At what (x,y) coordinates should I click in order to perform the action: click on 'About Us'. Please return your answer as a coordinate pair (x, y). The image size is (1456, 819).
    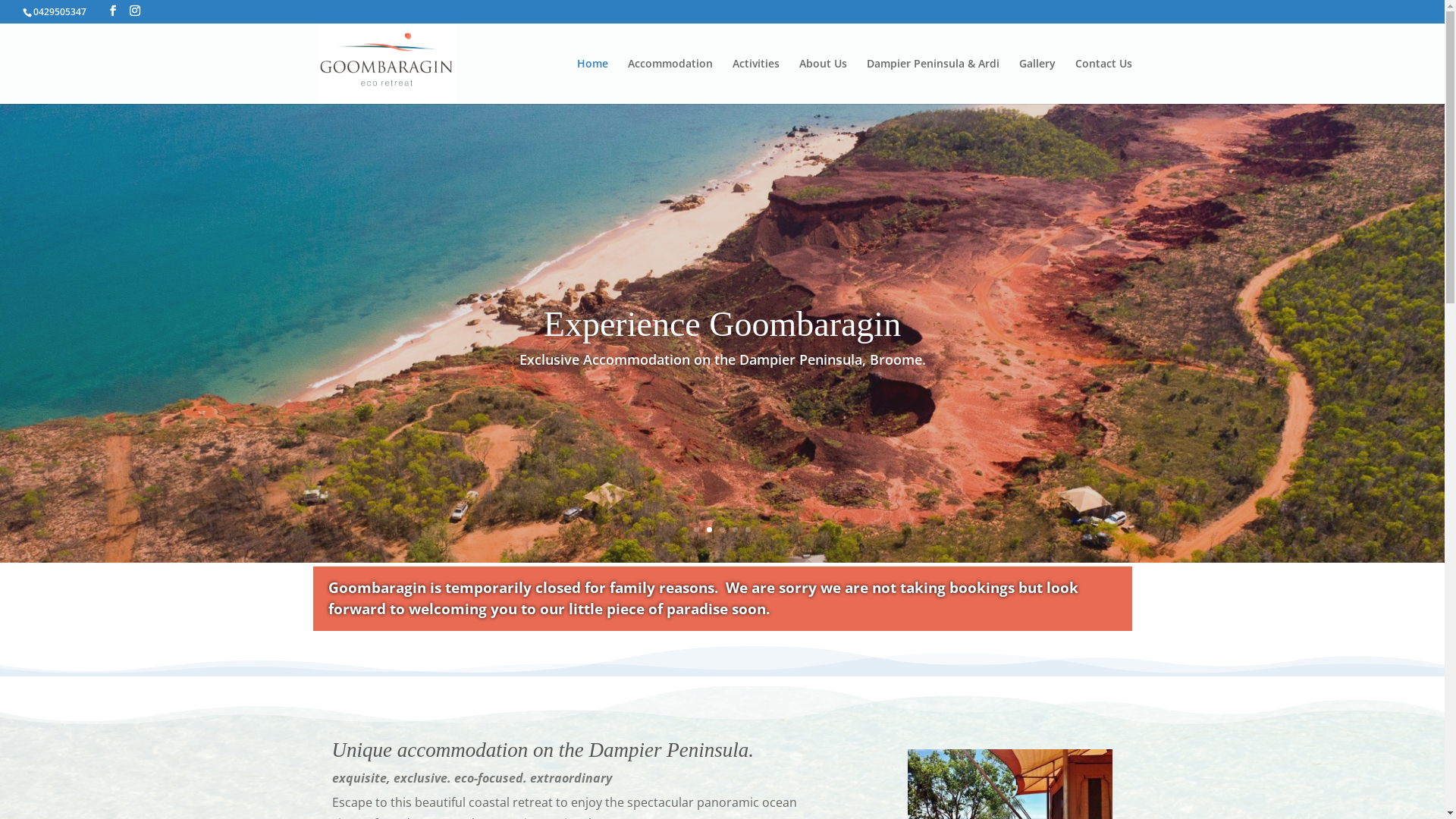
    Looking at the image, I should click on (822, 81).